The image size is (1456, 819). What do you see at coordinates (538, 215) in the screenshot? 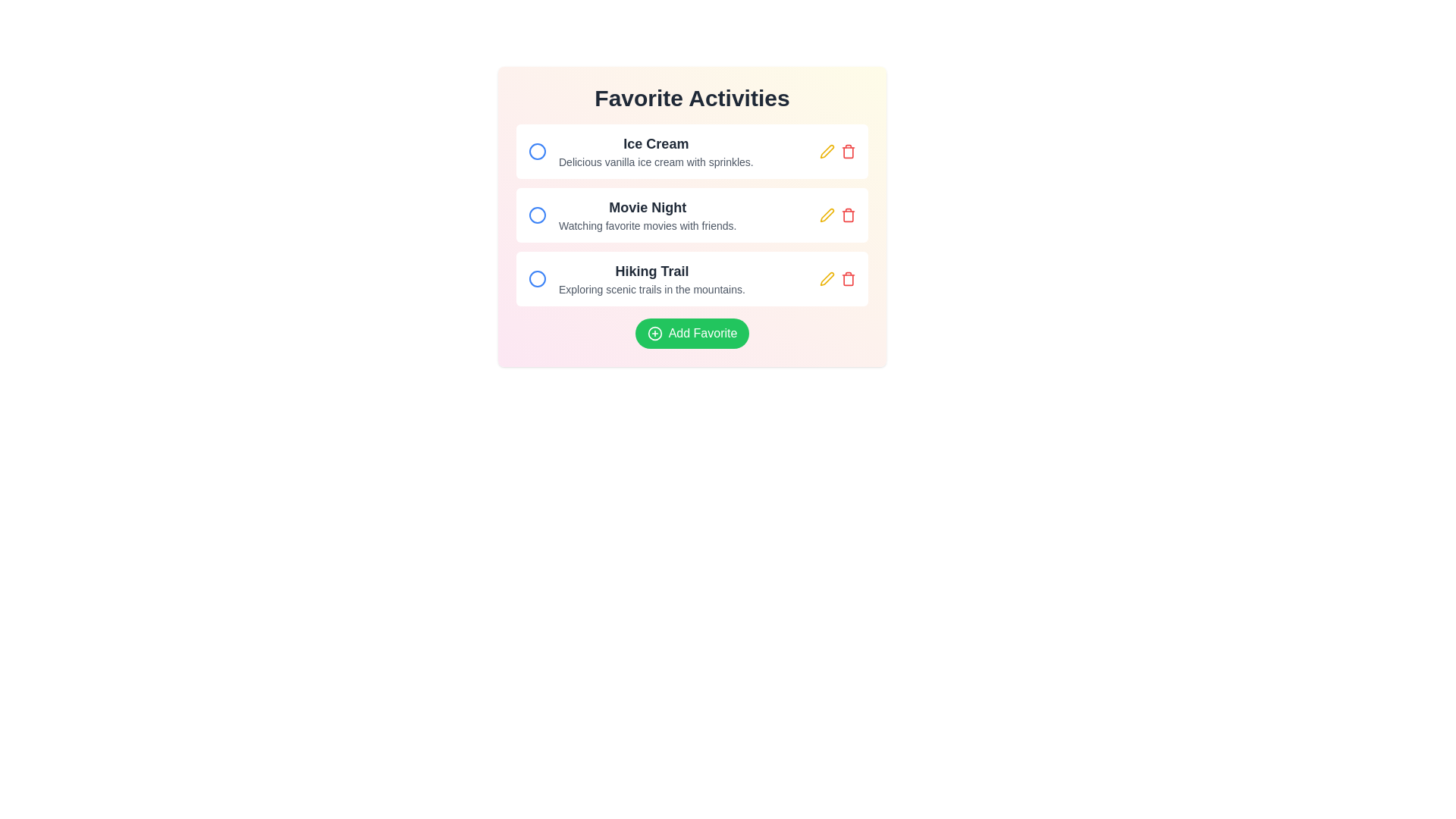
I see `the selectable icon or radio button, which is a circle with a blue outline located in the second row of the 'Favorite Activities' list` at bounding box center [538, 215].